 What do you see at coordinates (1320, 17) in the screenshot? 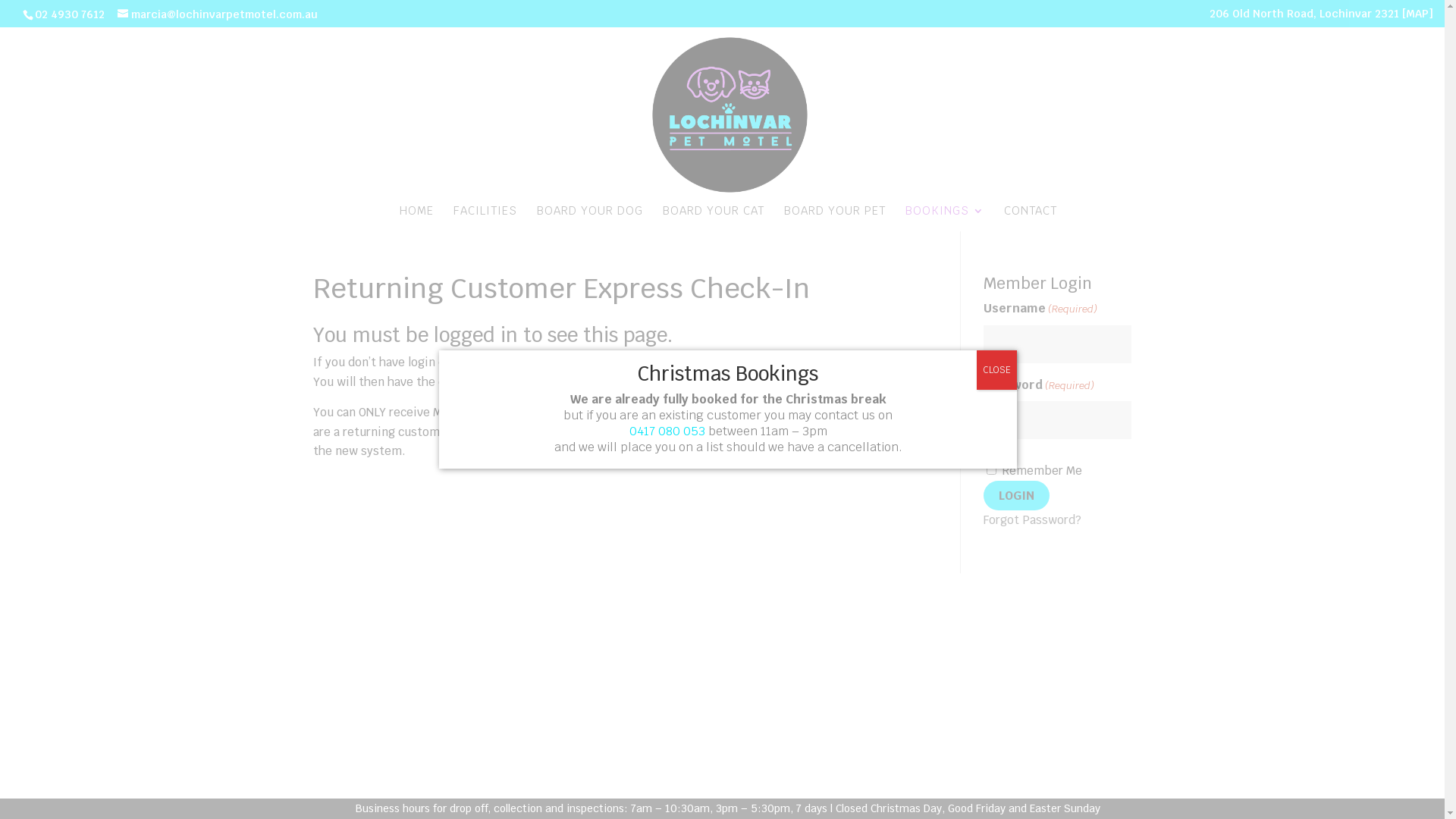
I see `'206 Old North Road, Lochinvar 2321 [MAP]'` at bounding box center [1320, 17].